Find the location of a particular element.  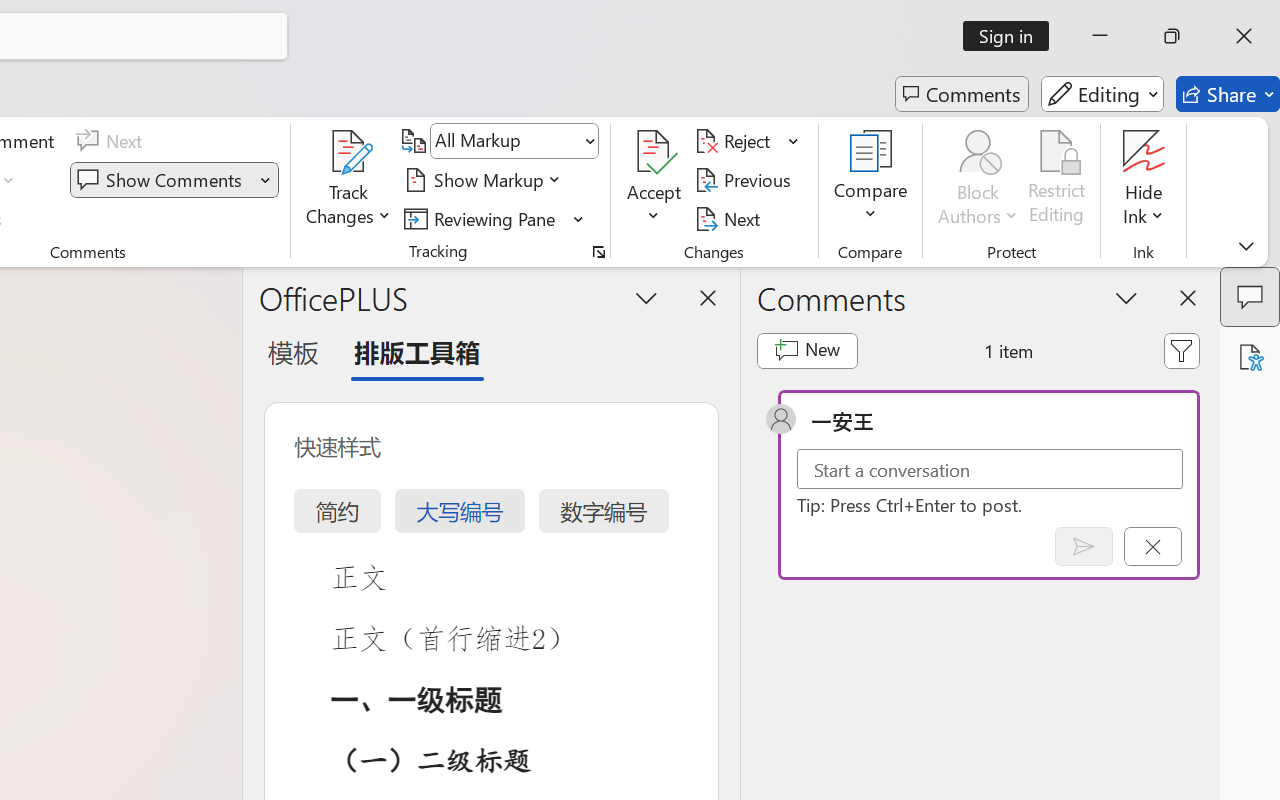

'Next' is located at coordinates (729, 218).